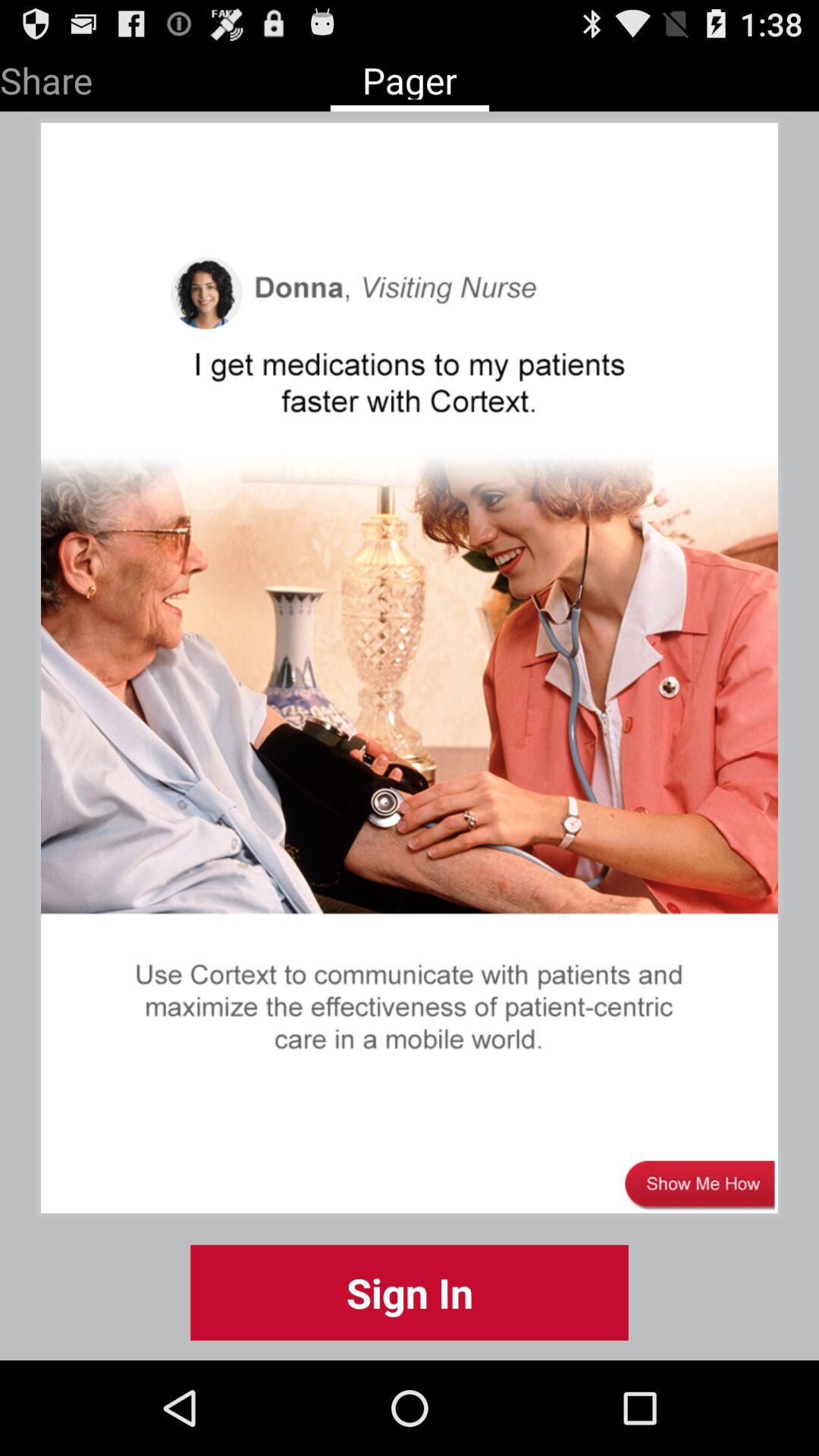  I want to click on the sign in item, so click(409, 1291).